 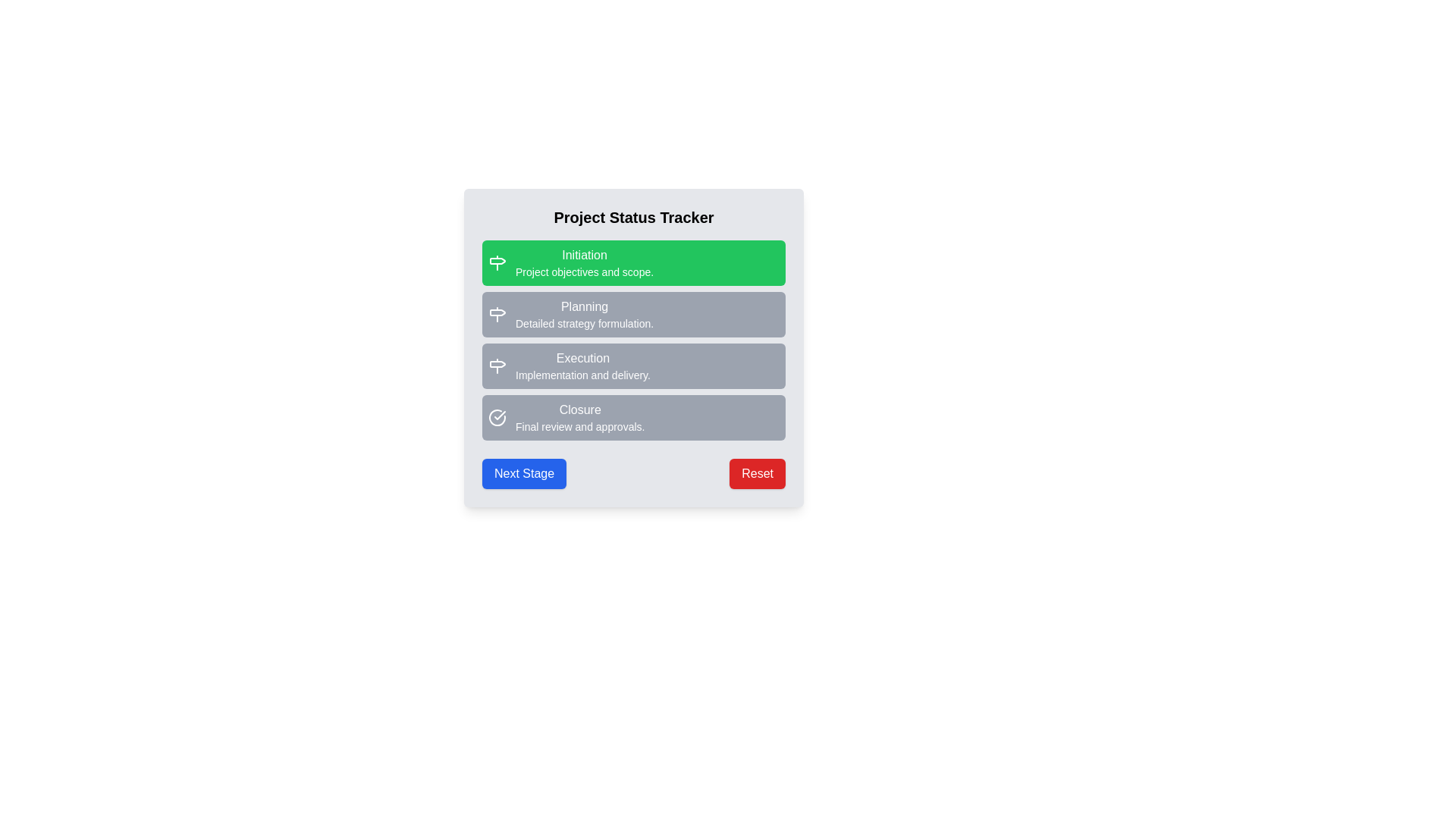 I want to click on text from the 'Execution' stage card in the Project Status Tracker, which is the third item in the list, so click(x=633, y=366).